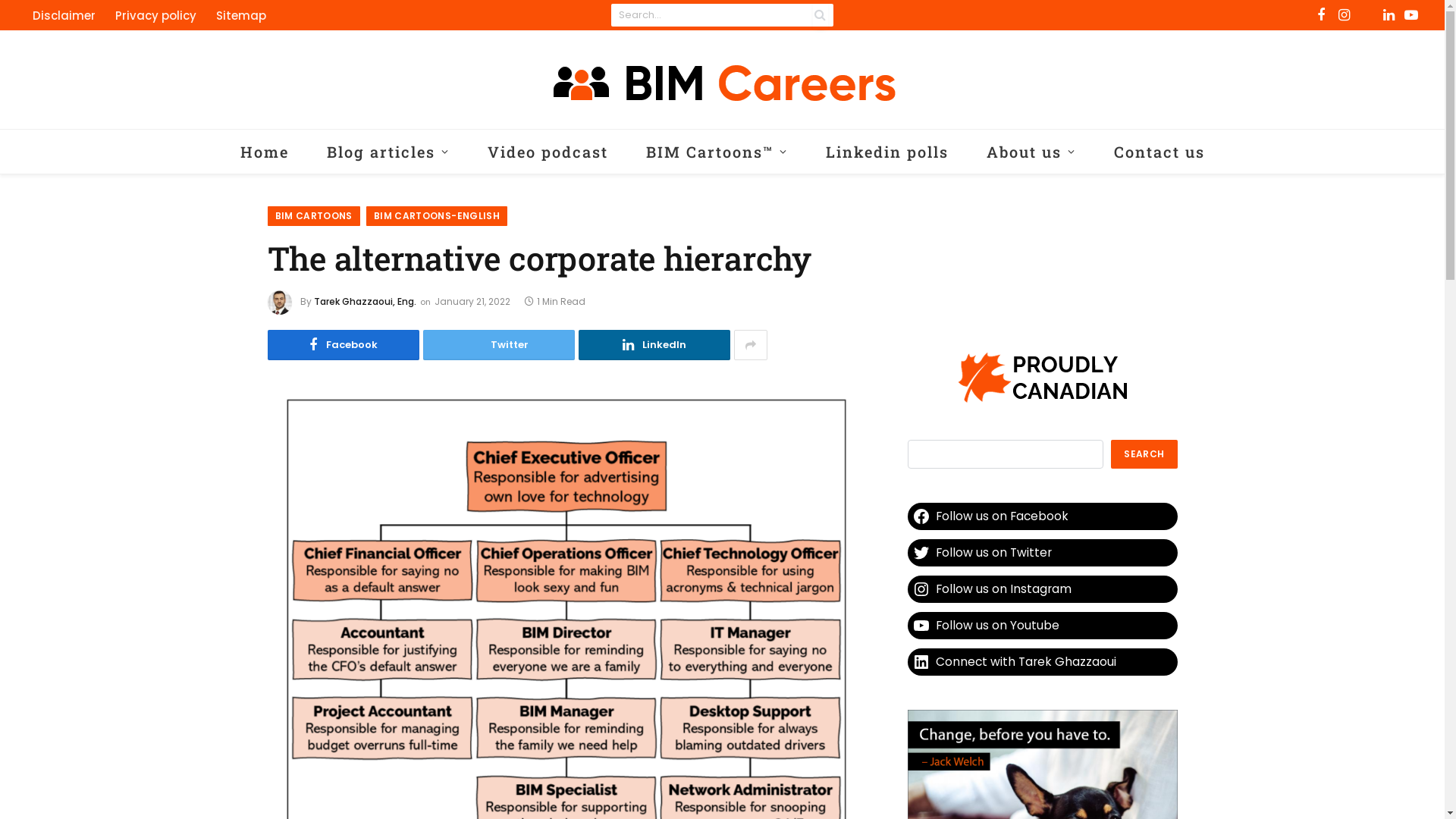 The width and height of the screenshot is (1456, 819). What do you see at coordinates (388, 152) in the screenshot?
I see `'Blog articles'` at bounding box center [388, 152].